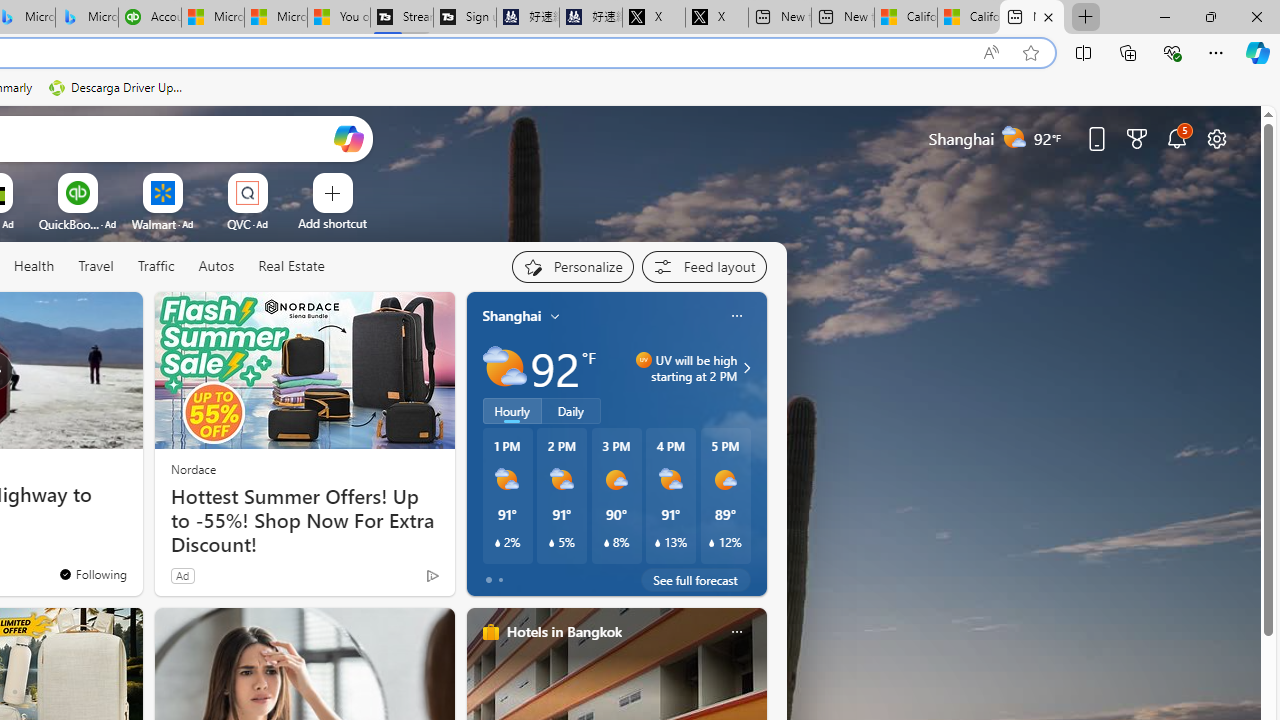 The image size is (1280, 720). What do you see at coordinates (555, 315) in the screenshot?
I see `'My location'` at bounding box center [555, 315].